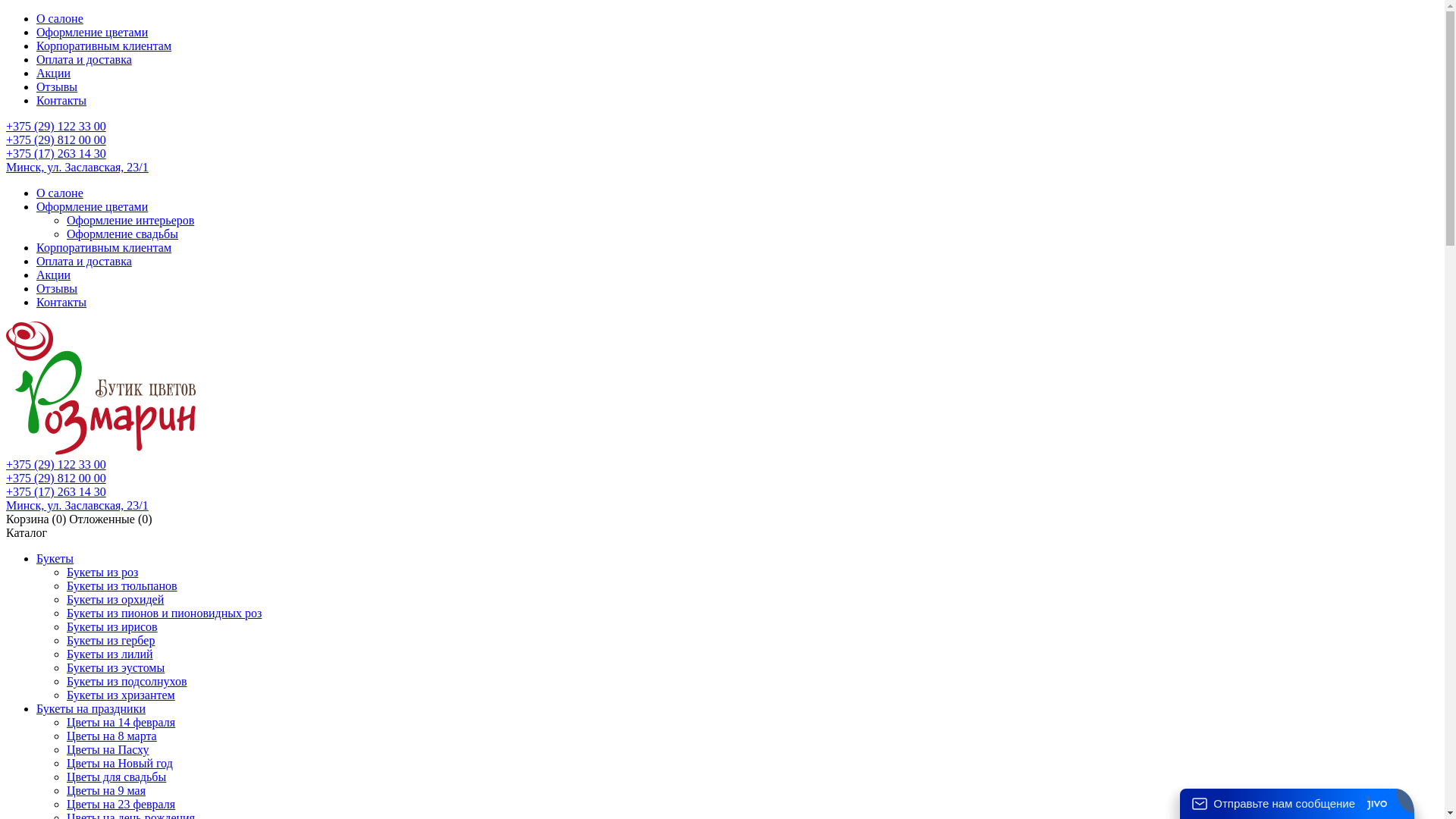  What do you see at coordinates (55, 125) in the screenshot?
I see `'+375 (29) 122 33 00'` at bounding box center [55, 125].